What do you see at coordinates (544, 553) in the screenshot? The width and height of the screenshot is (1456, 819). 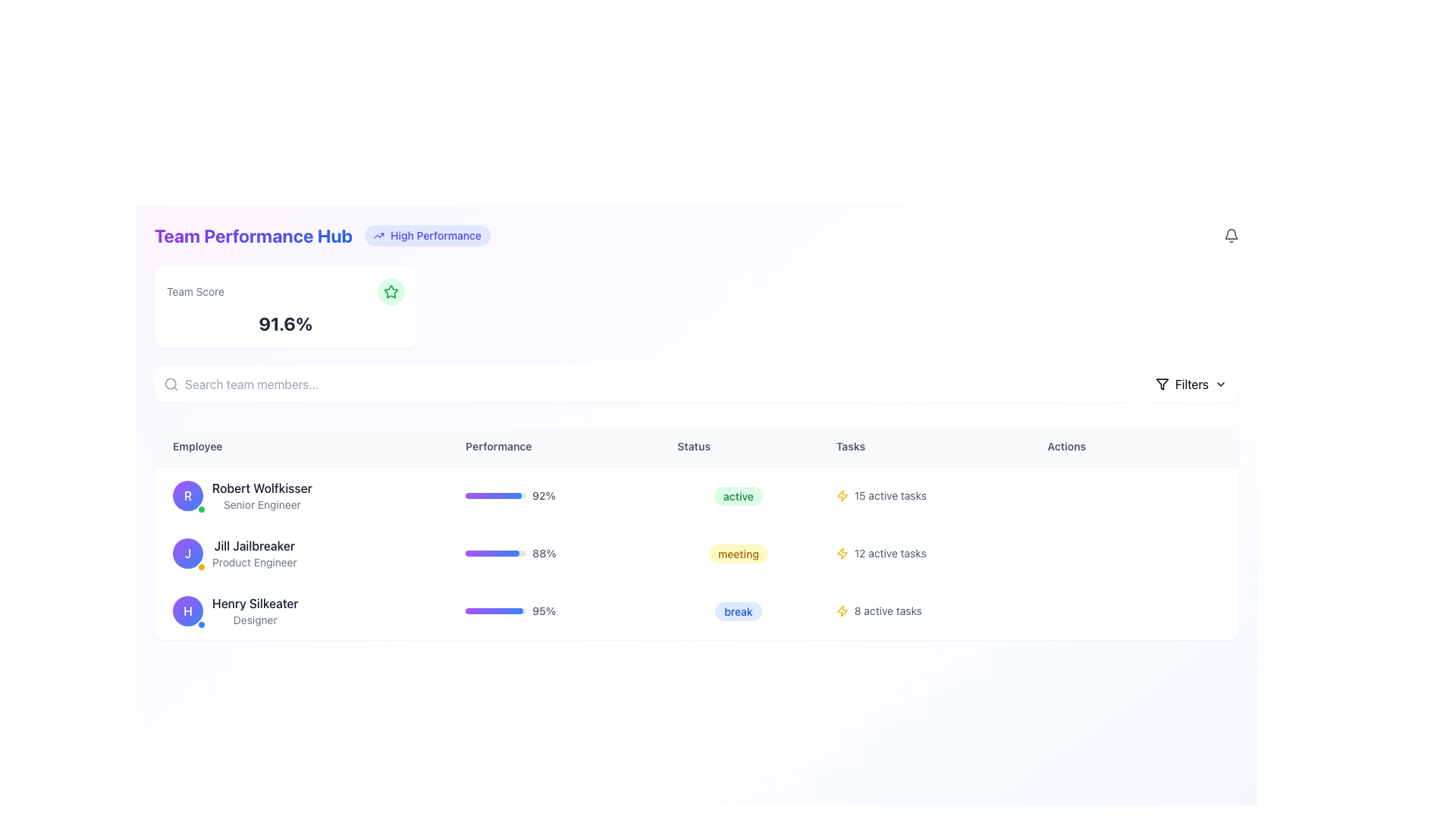 I see `the Text label displaying the performance score for 'Jill Jailbreaker' in the Performance column, located to the right of the gradient progress bar` at bounding box center [544, 553].